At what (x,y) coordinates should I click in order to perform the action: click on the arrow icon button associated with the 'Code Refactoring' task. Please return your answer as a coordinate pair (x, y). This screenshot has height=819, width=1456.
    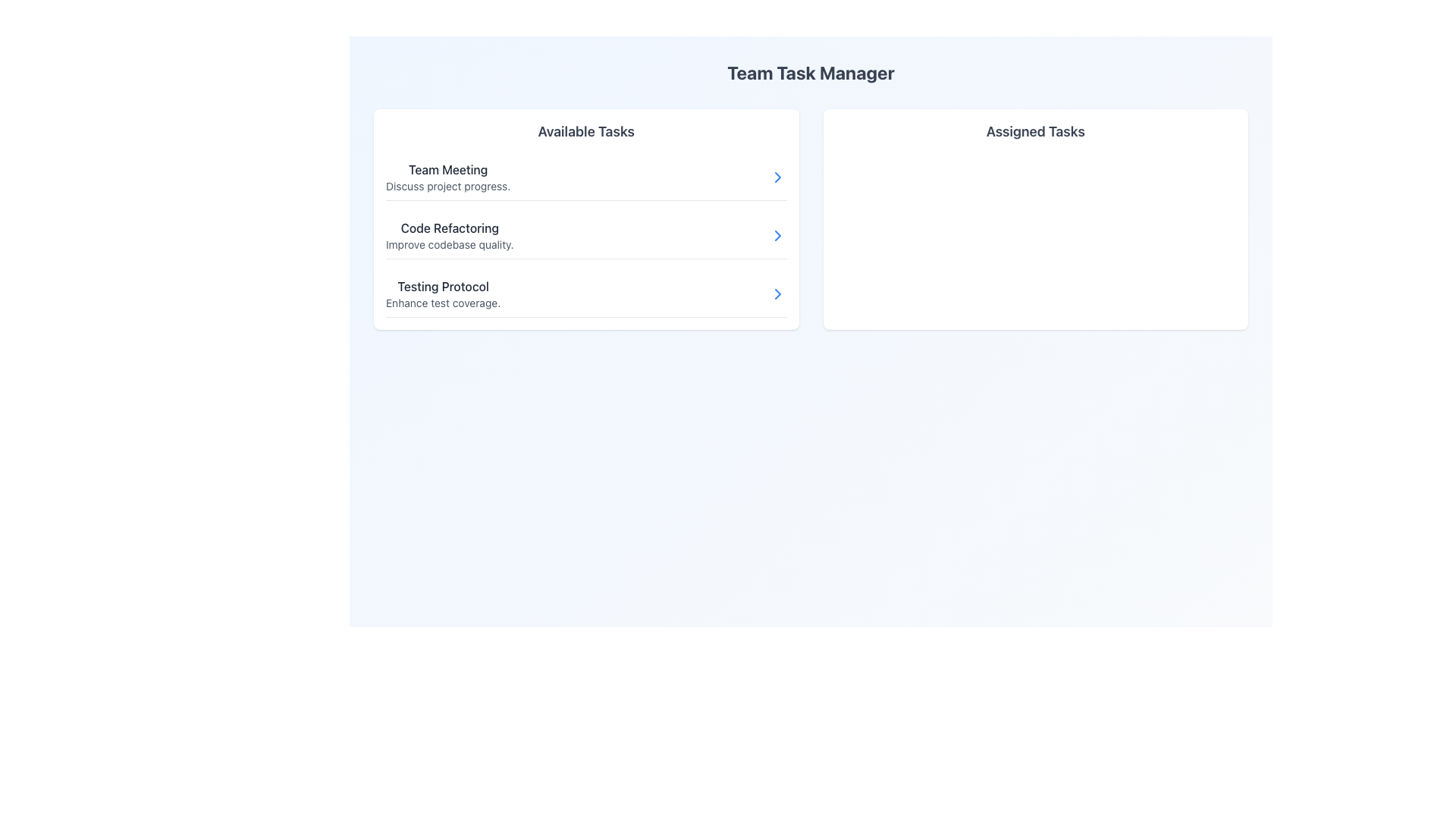
    Looking at the image, I should click on (777, 236).